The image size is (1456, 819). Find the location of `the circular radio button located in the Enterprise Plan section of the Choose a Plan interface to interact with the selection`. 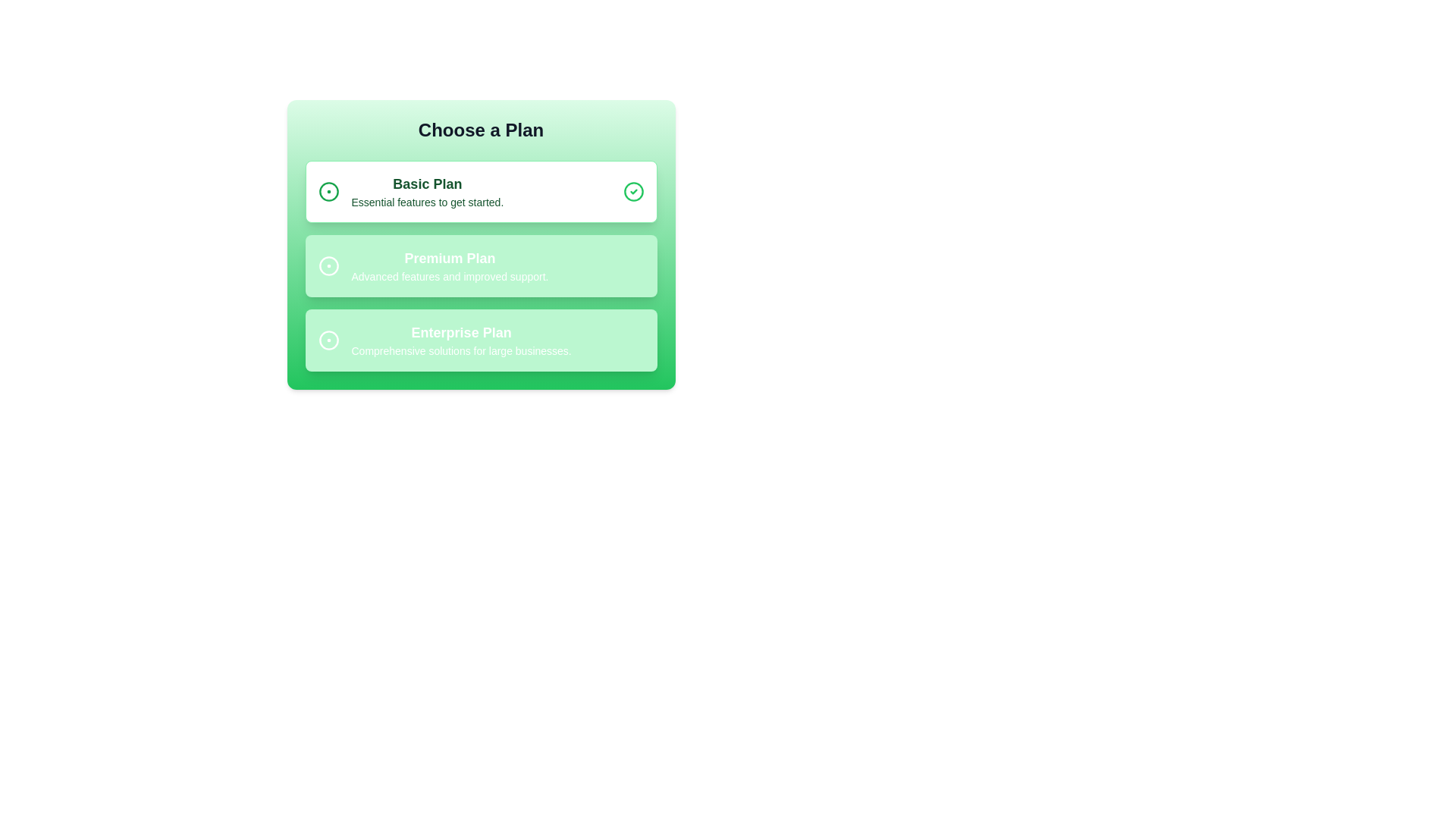

the circular radio button located in the Enterprise Plan section of the Choose a Plan interface to interact with the selection is located at coordinates (328, 339).